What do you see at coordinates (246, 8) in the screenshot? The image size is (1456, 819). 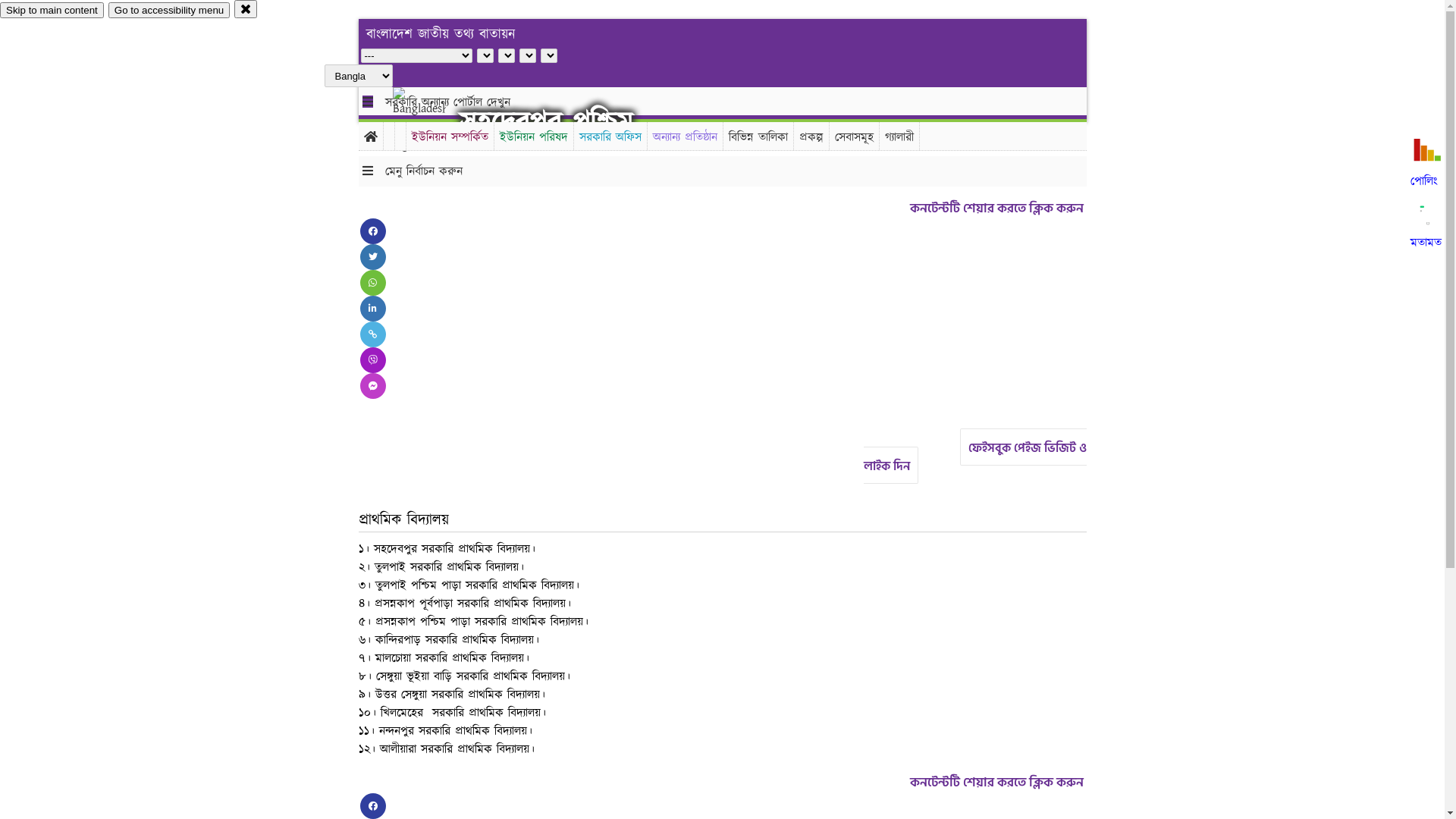 I see `'close'` at bounding box center [246, 8].